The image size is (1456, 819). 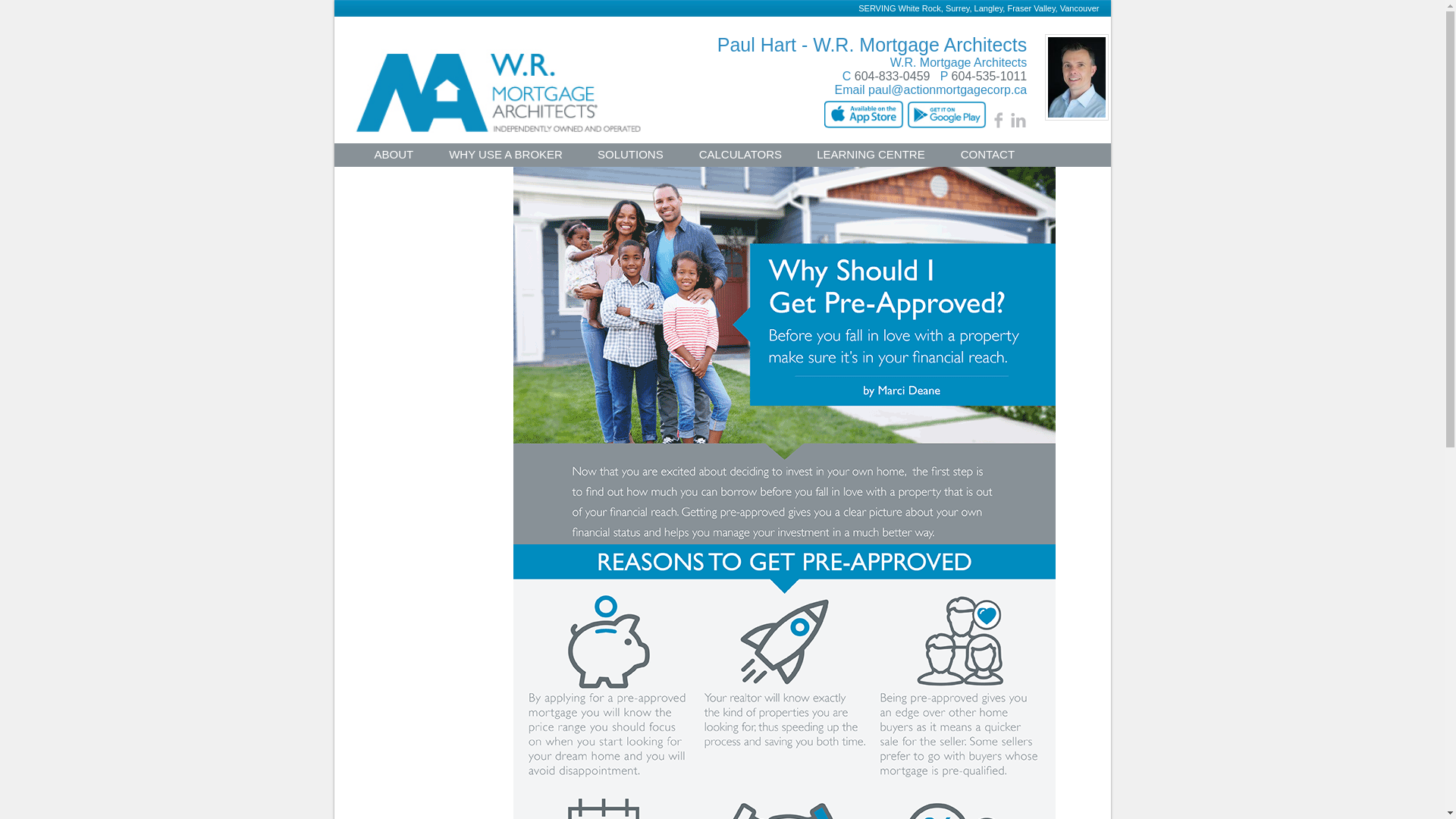 I want to click on 'WHY USE A BROKER', so click(x=506, y=157).